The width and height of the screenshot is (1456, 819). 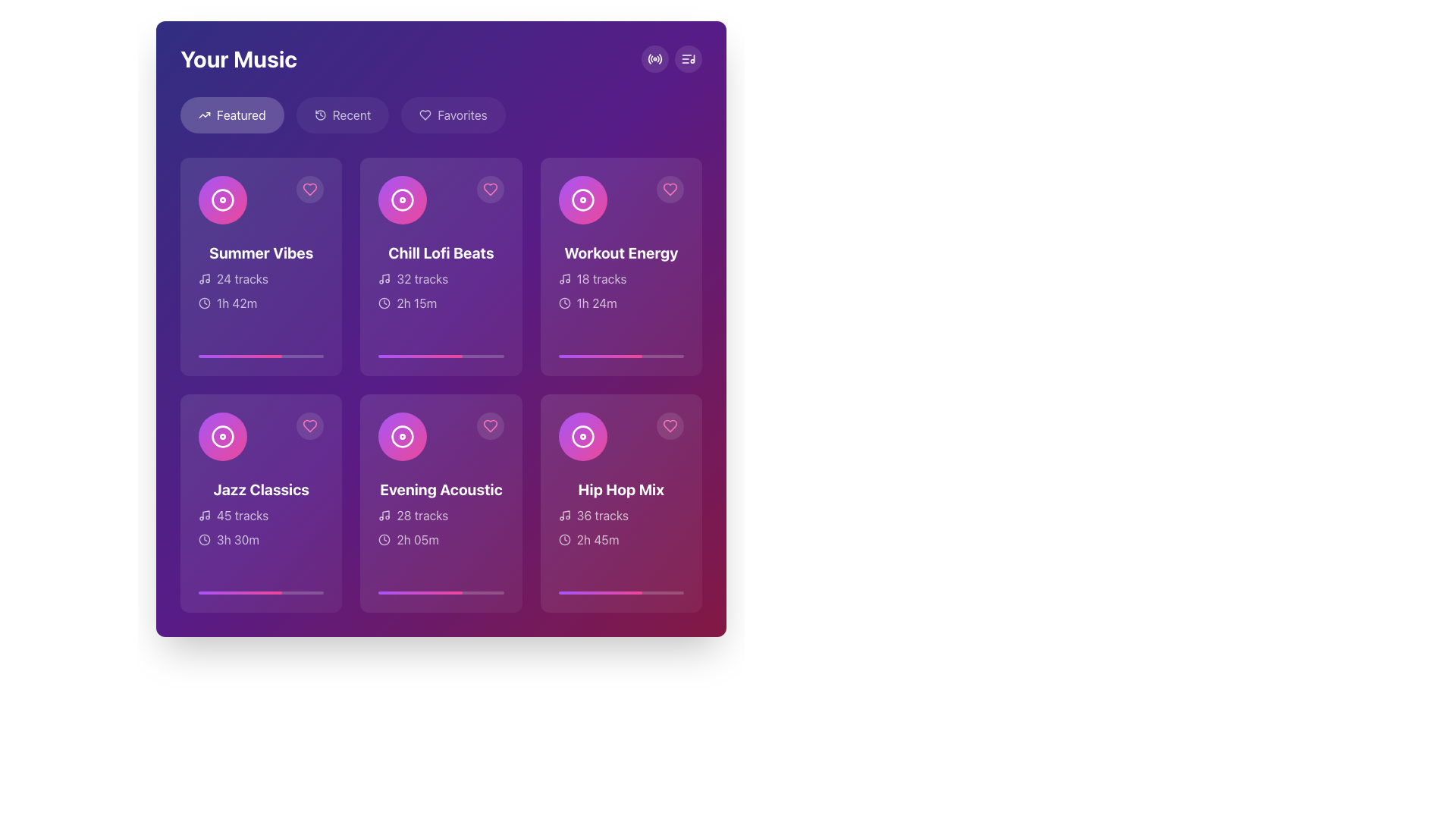 What do you see at coordinates (240, 356) in the screenshot?
I see `the horizontal progress bar styled with a gradient from purple to pink, located within the first card of the 'Your Music' grid layout, positioned below the card's title and description` at bounding box center [240, 356].